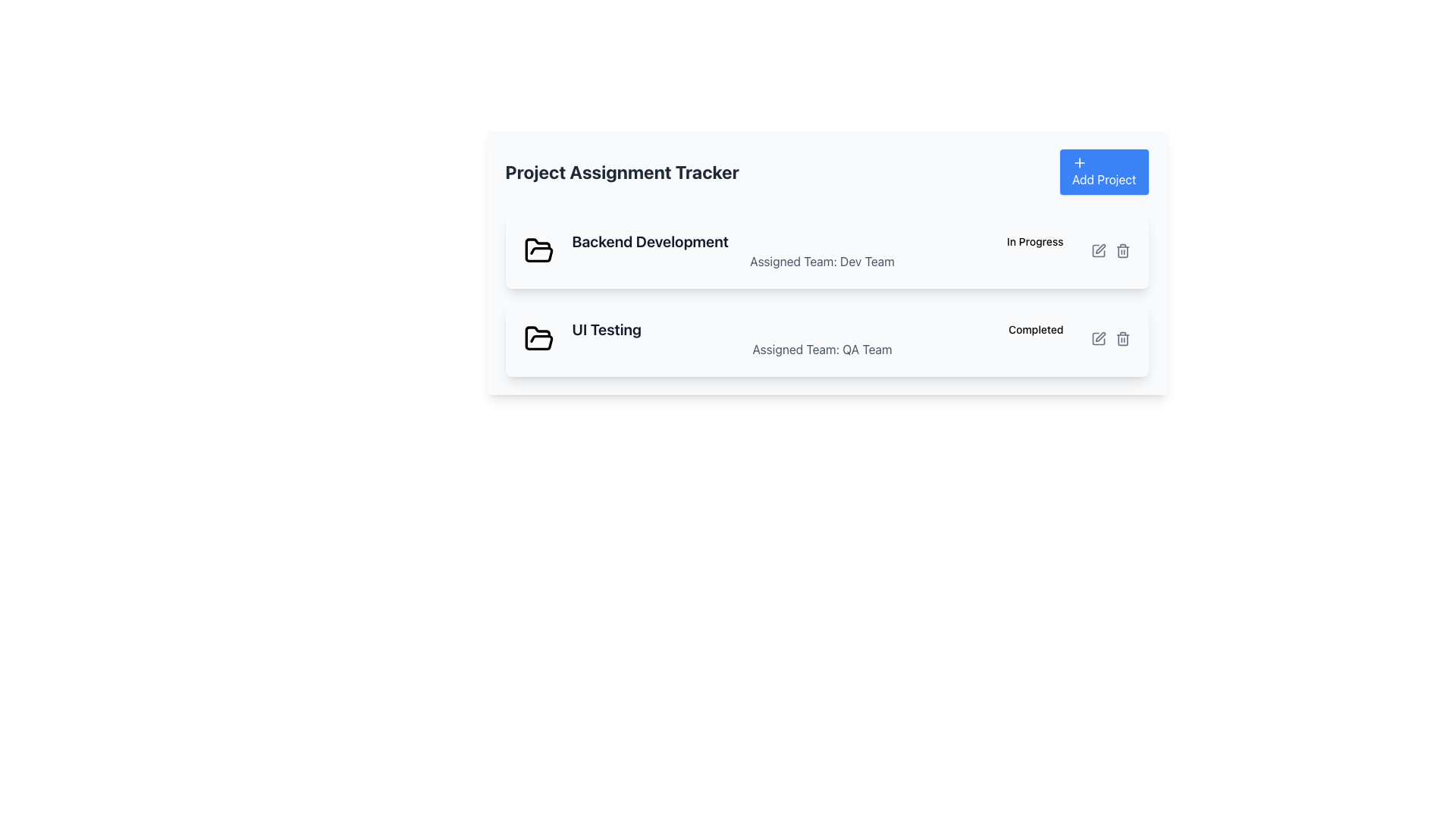  Describe the element at coordinates (821, 350) in the screenshot. I see `the text label that describes the assigned team for the 'UI Testing' project, which is located below the 'UI Testing' title in the second project card` at that location.